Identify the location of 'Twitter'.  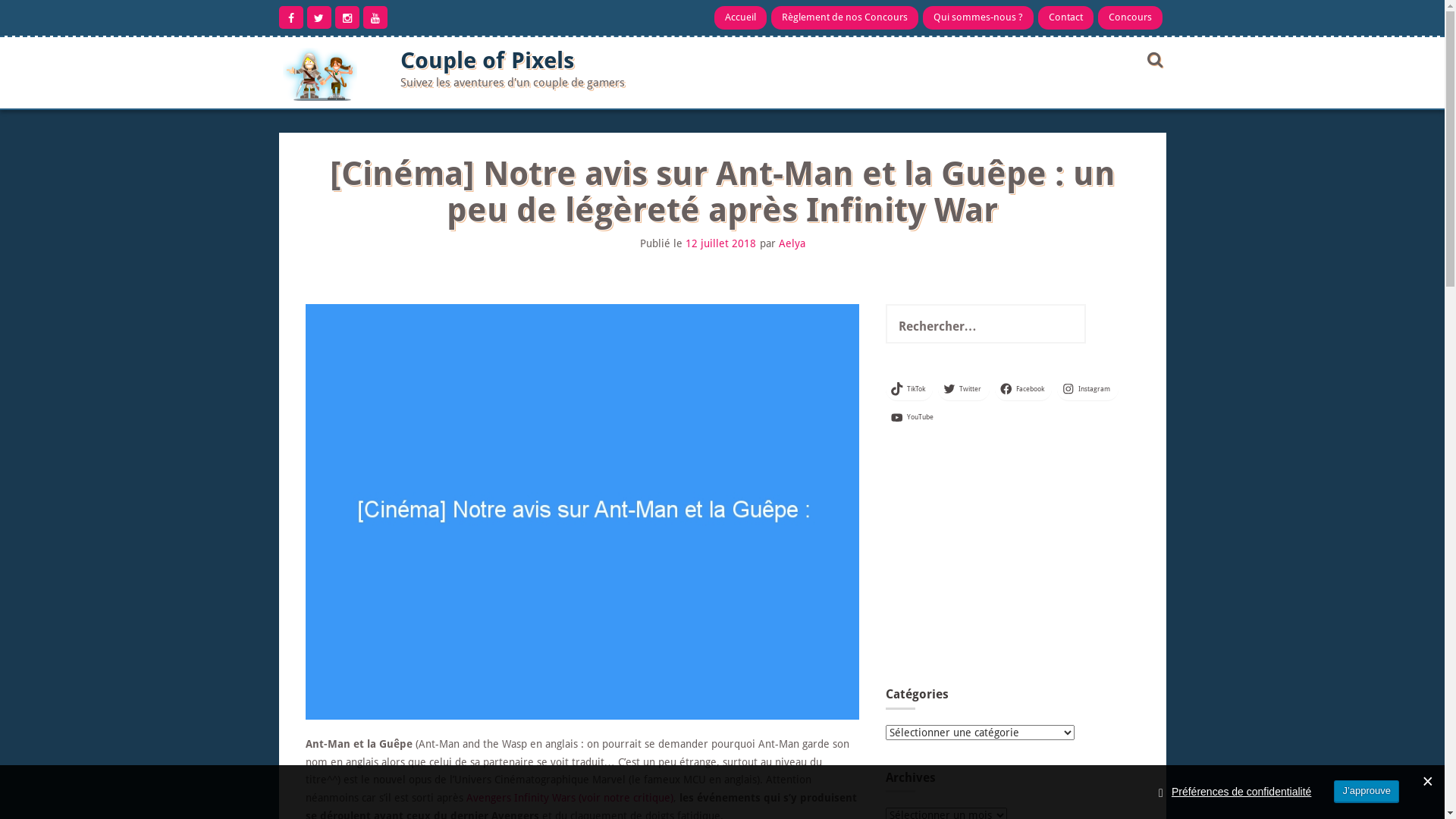
(963, 388).